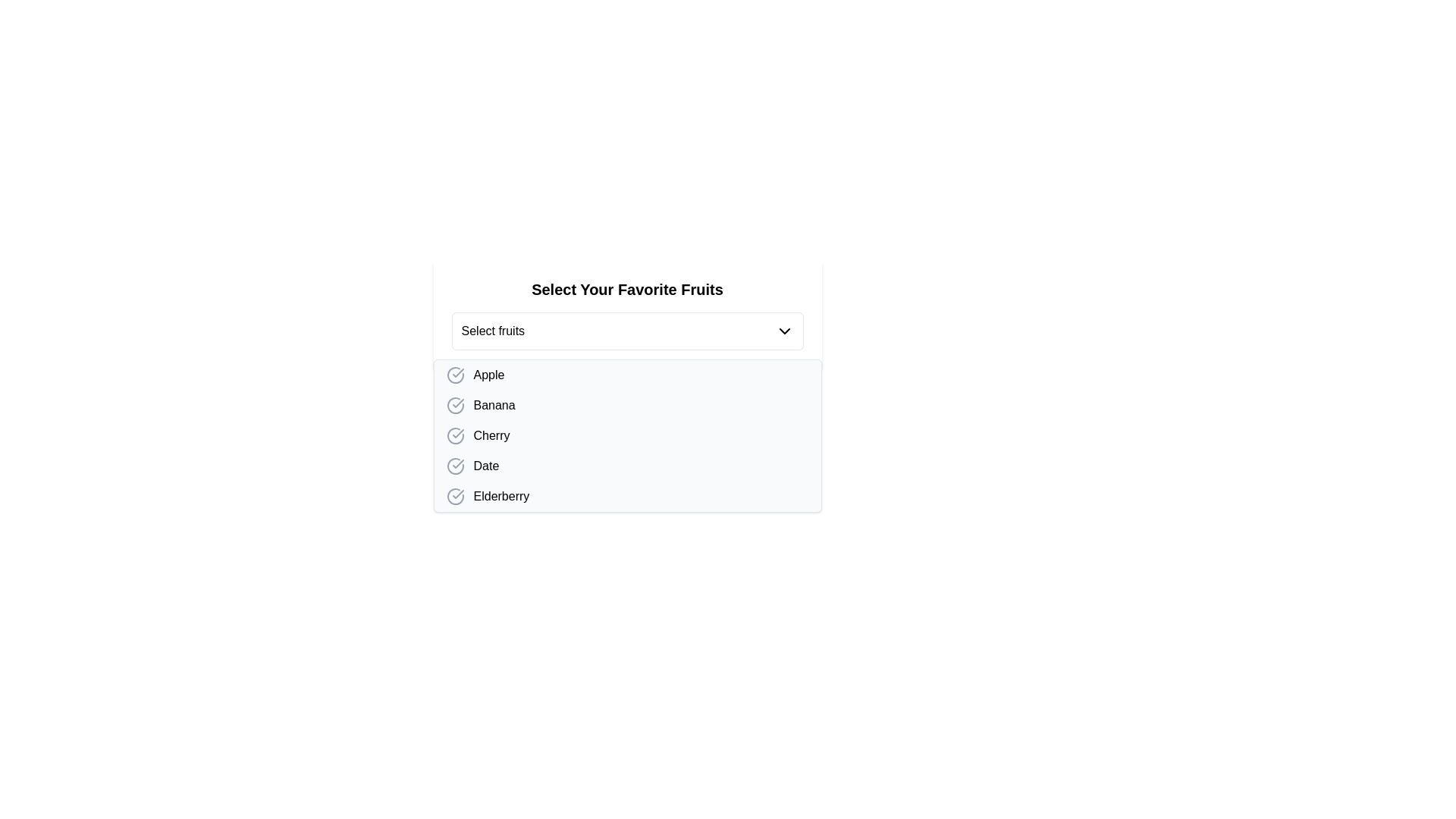  I want to click on the Check icon indicating the selected option 'Cherry' in the list of fruits, so click(457, 433).